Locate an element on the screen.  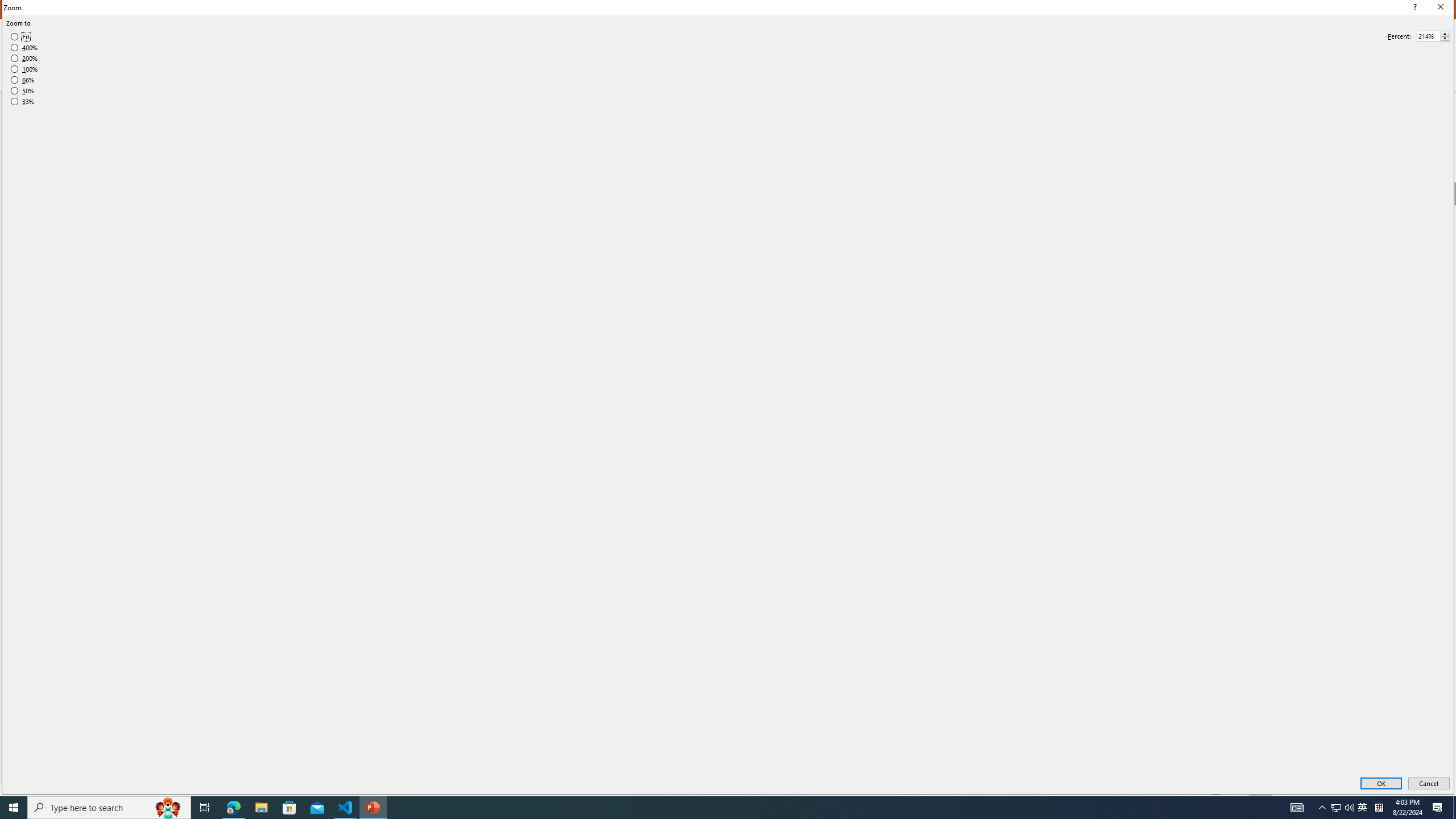
'400%' is located at coordinates (24, 48).